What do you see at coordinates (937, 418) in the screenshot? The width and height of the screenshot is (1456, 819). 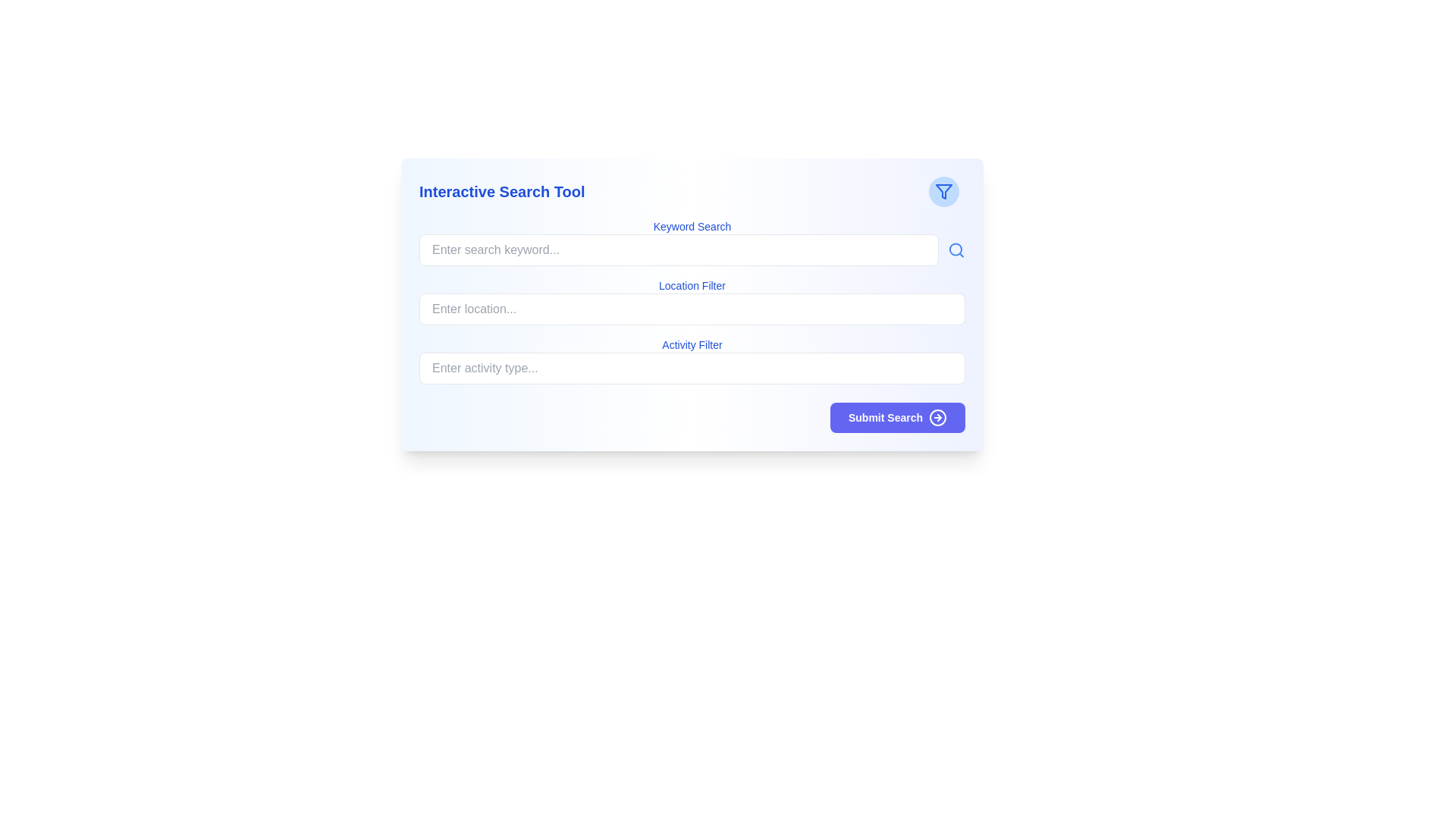 I see `the decorative arrow icon located within the circular icon at the bottom-right corner of the main interface, adjacent to the 'Submit Search' button` at bounding box center [937, 418].